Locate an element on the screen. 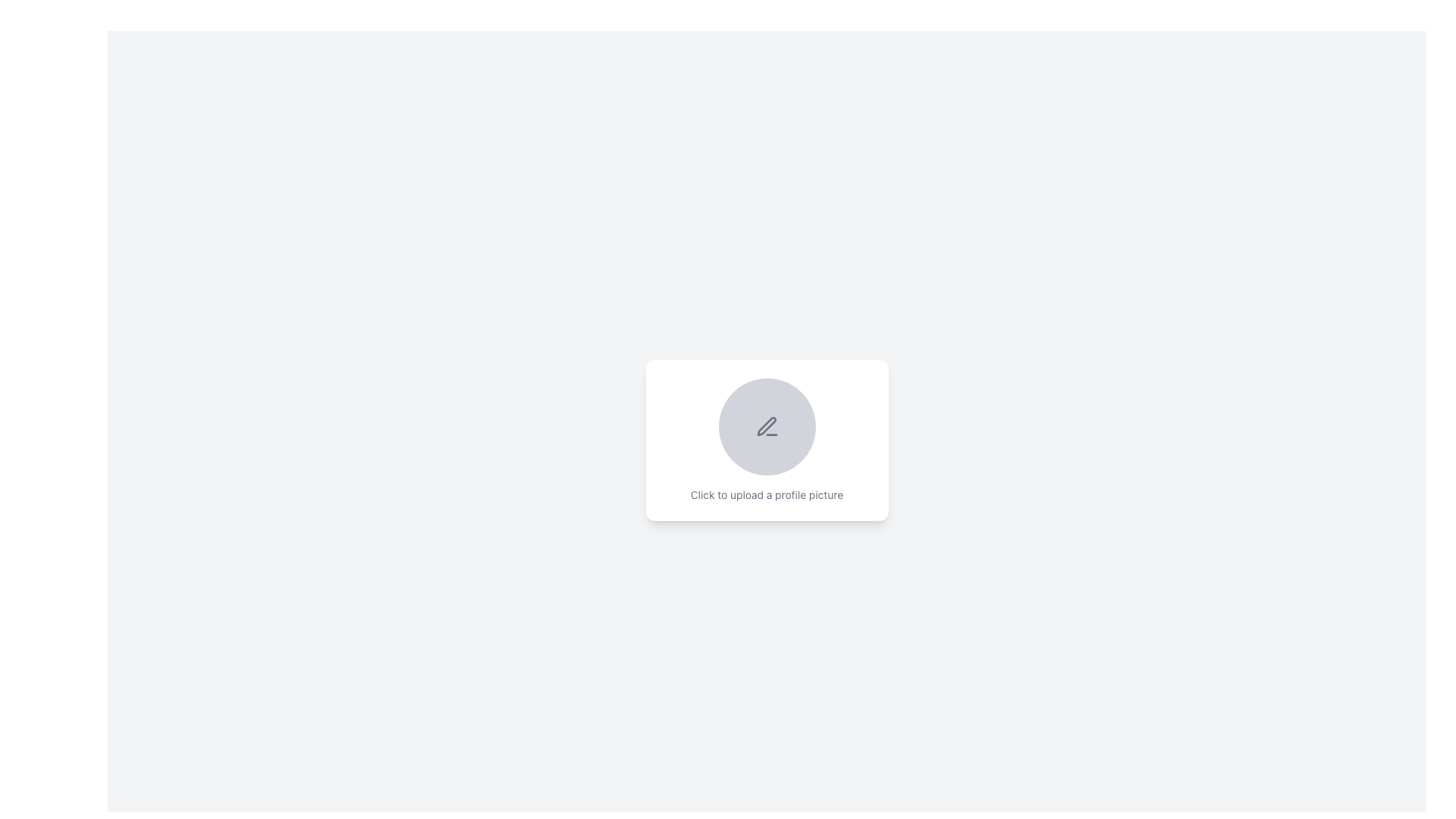 Image resolution: width=1456 pixels, height=819 pixels. the pen icon located in the center of a circular gray background for additional information is located at coordinates (767, 427).